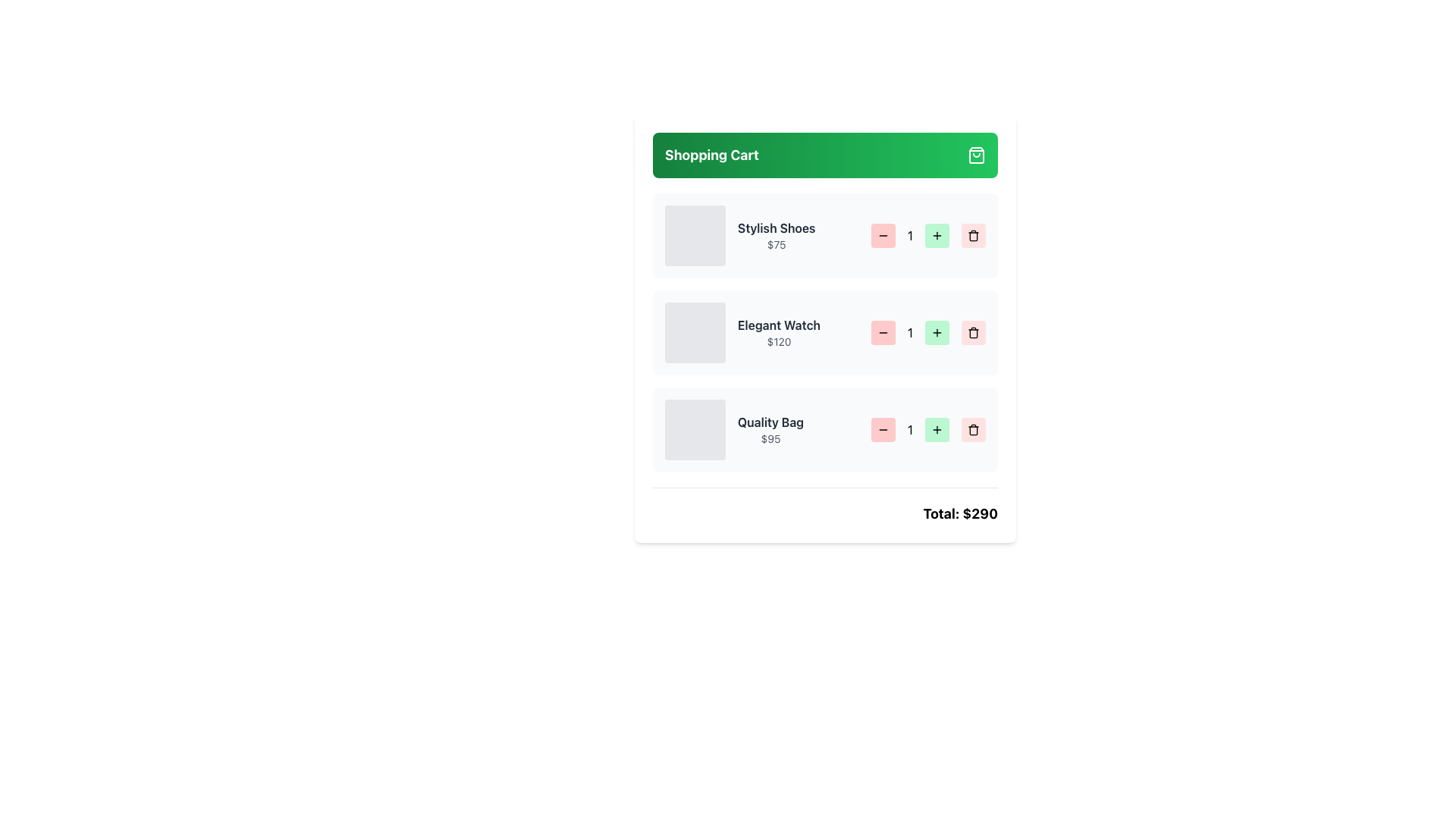 This screenshot has width=1456, height=819. What do you see at coordinates (734, 430) in the screenshot?
I see `the Product Display Card, which is the last item in the shopping cart list` at bounding box center [734, 430].